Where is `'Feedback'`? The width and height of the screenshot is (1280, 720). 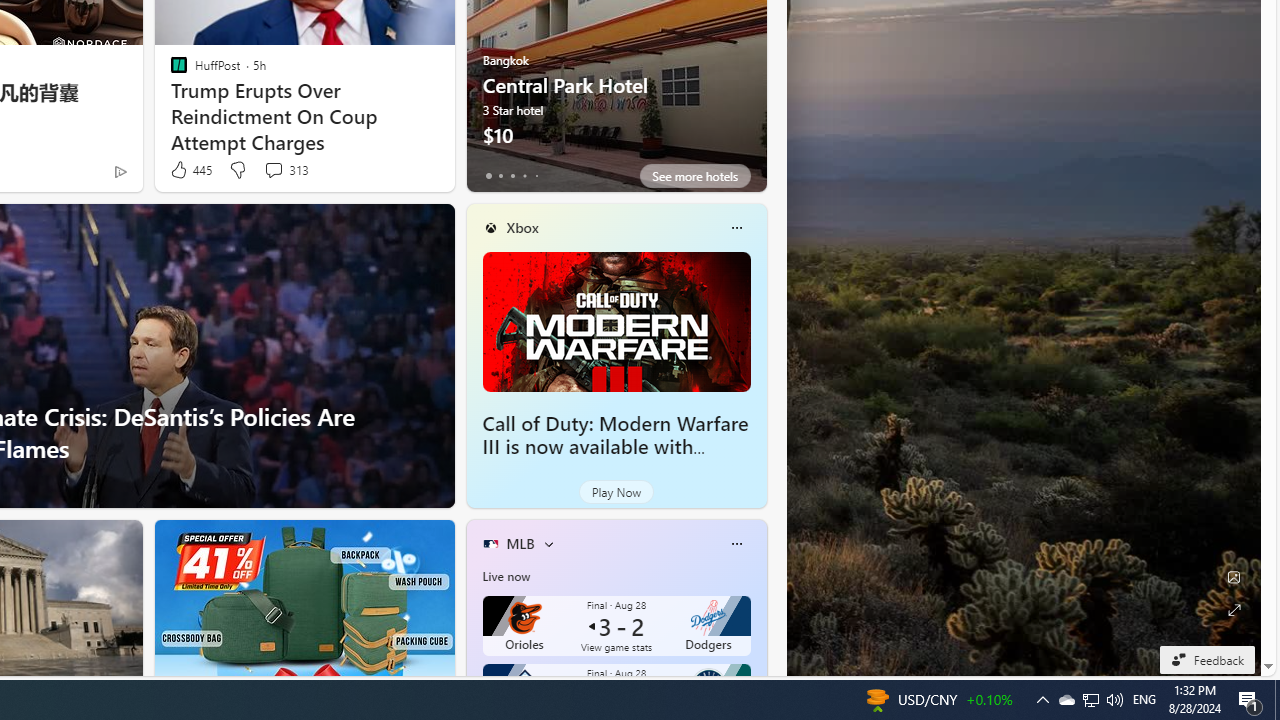 'Feedback' is located at coordinates (1205, 659).